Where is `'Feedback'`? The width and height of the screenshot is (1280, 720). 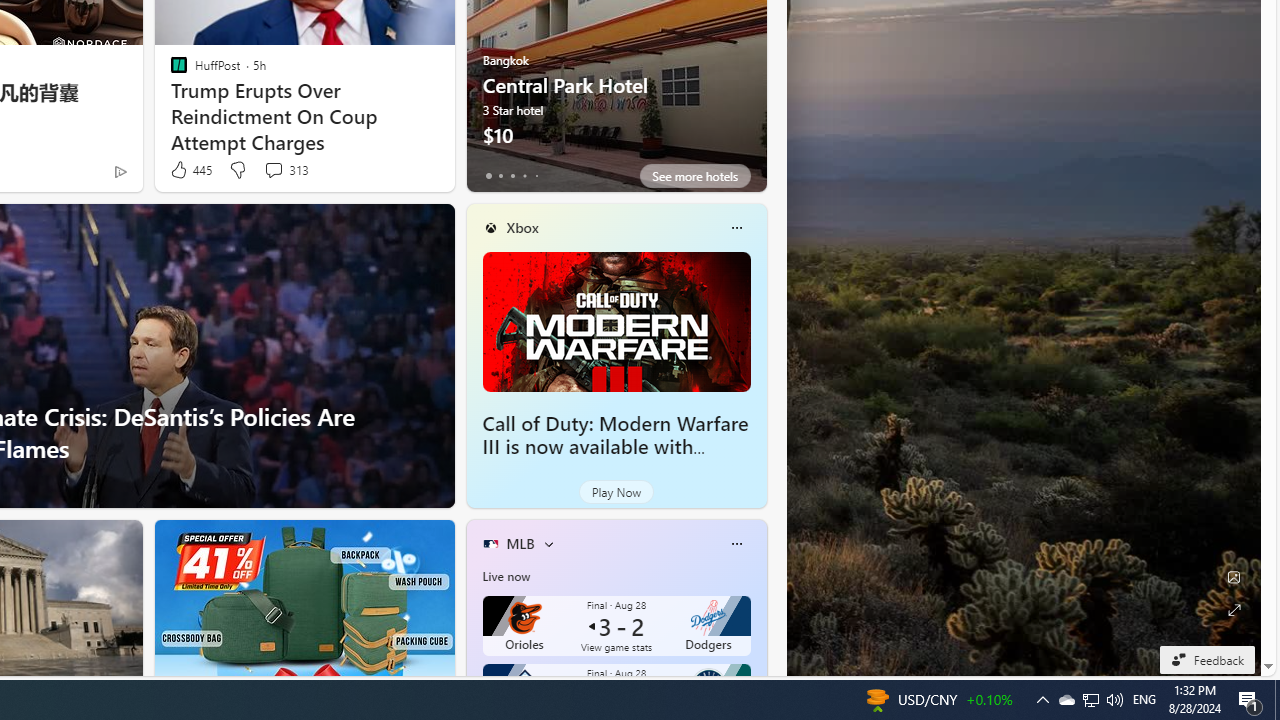 'Feedback' is located at coordinates (1205, 659).